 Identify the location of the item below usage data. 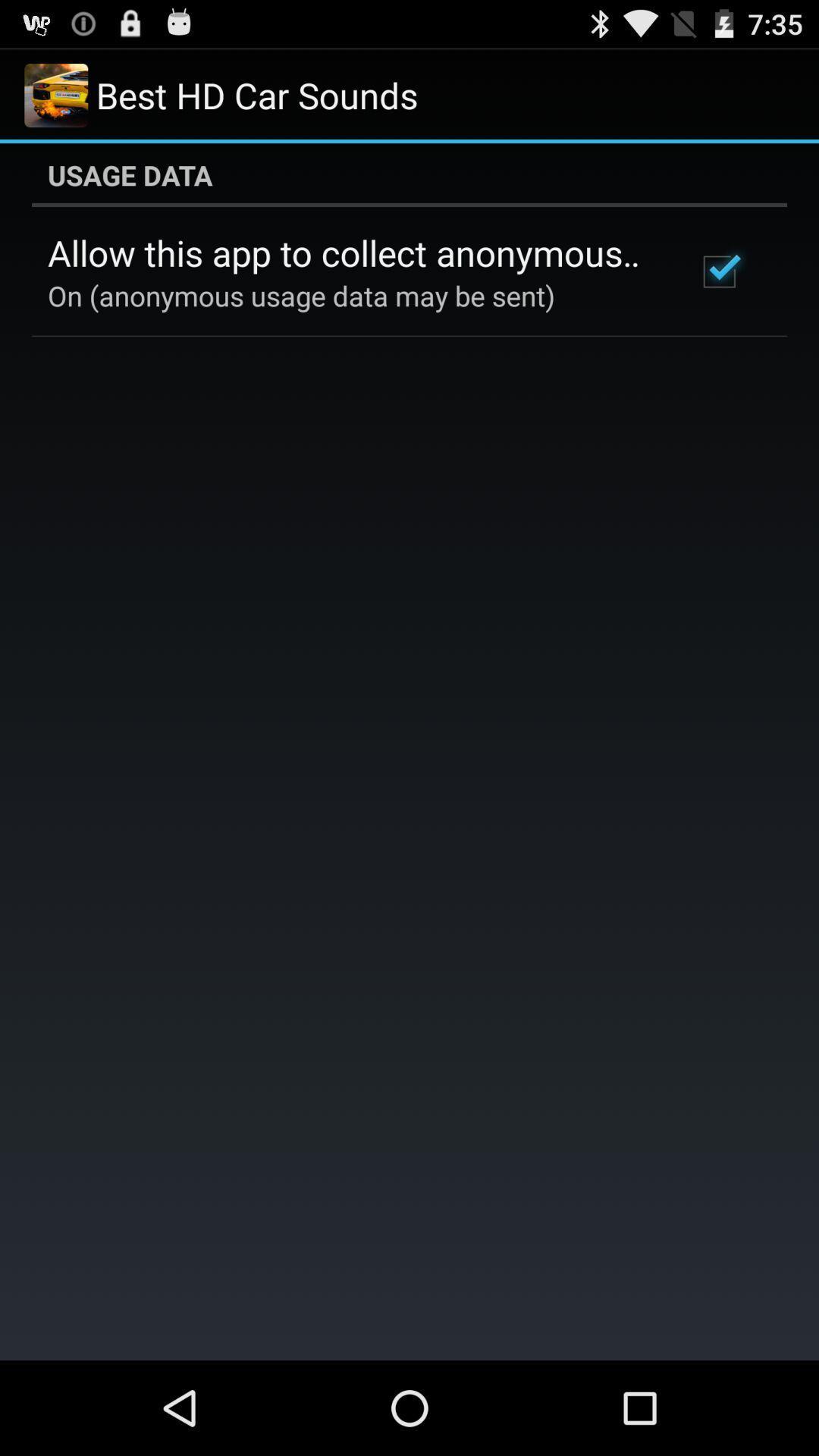
(718, 271).